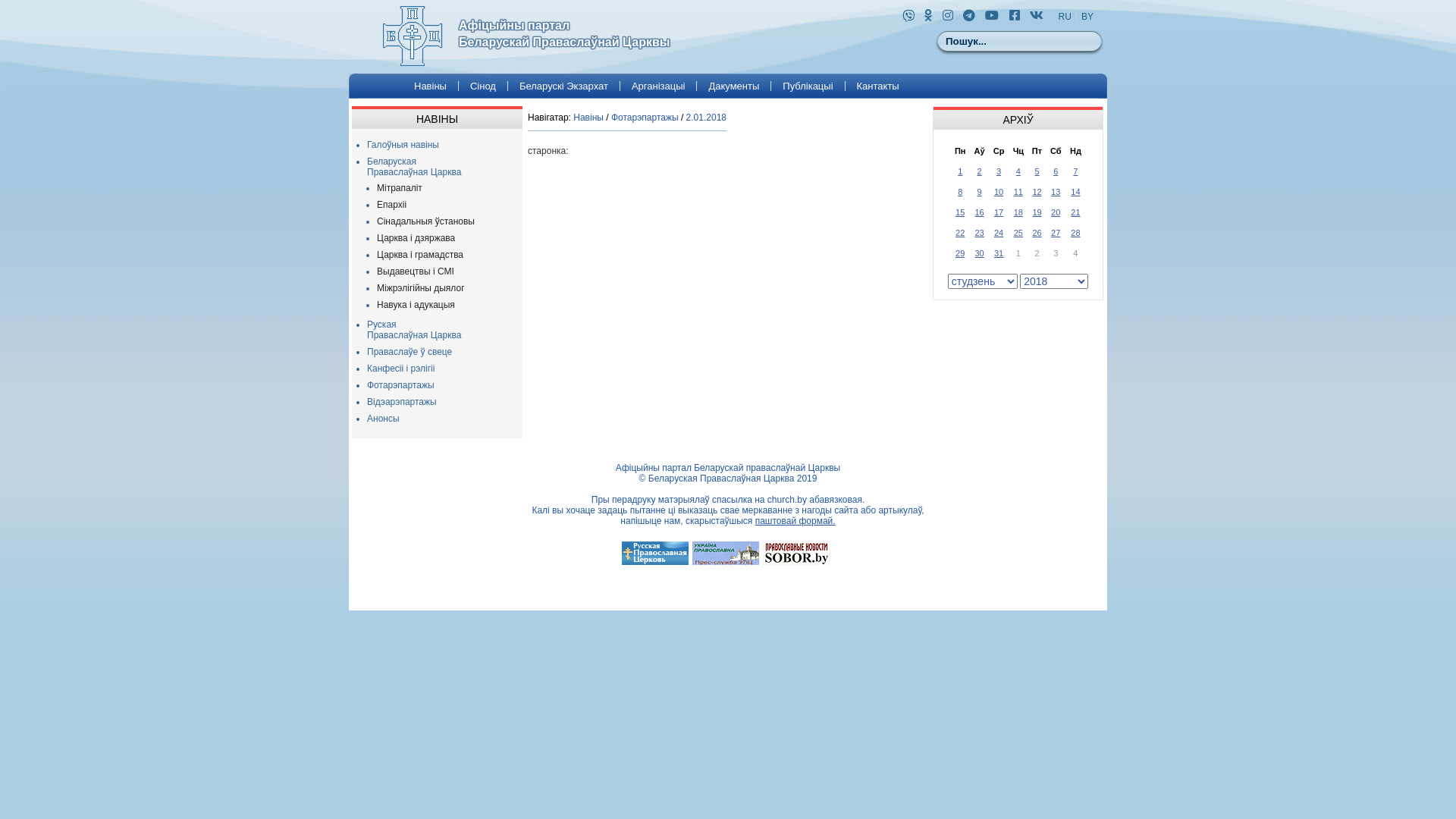  What do you see at coordinates (1055, 190) in the screenshot?
I see `'13'` at bounding box center [1055, 190].